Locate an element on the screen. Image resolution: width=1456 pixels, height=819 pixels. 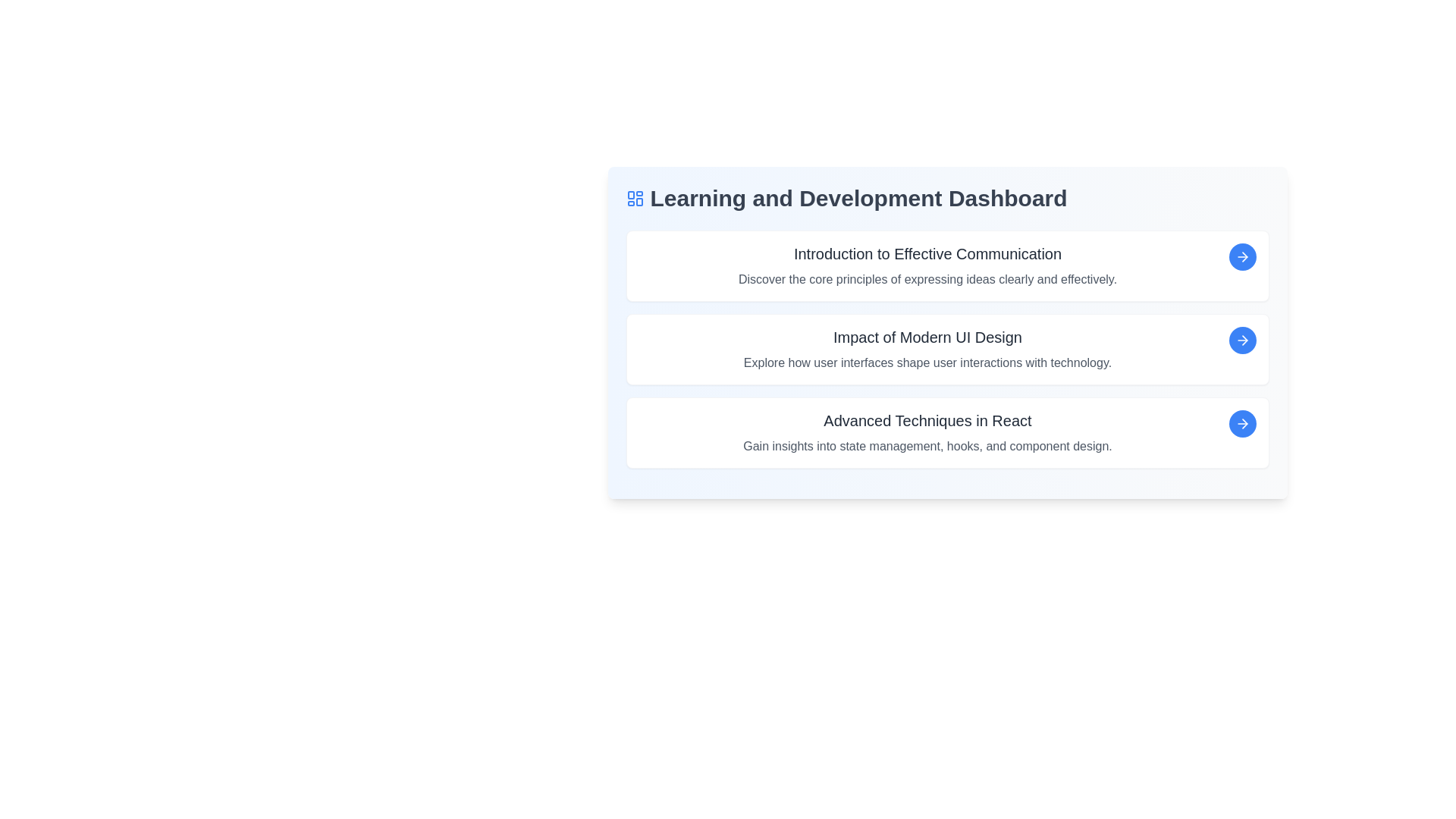
the circular blue button with a white arrow icon located at the top-right corner of the 'Introduction to Effective Communication' card is located at coordinates (1242, 256).